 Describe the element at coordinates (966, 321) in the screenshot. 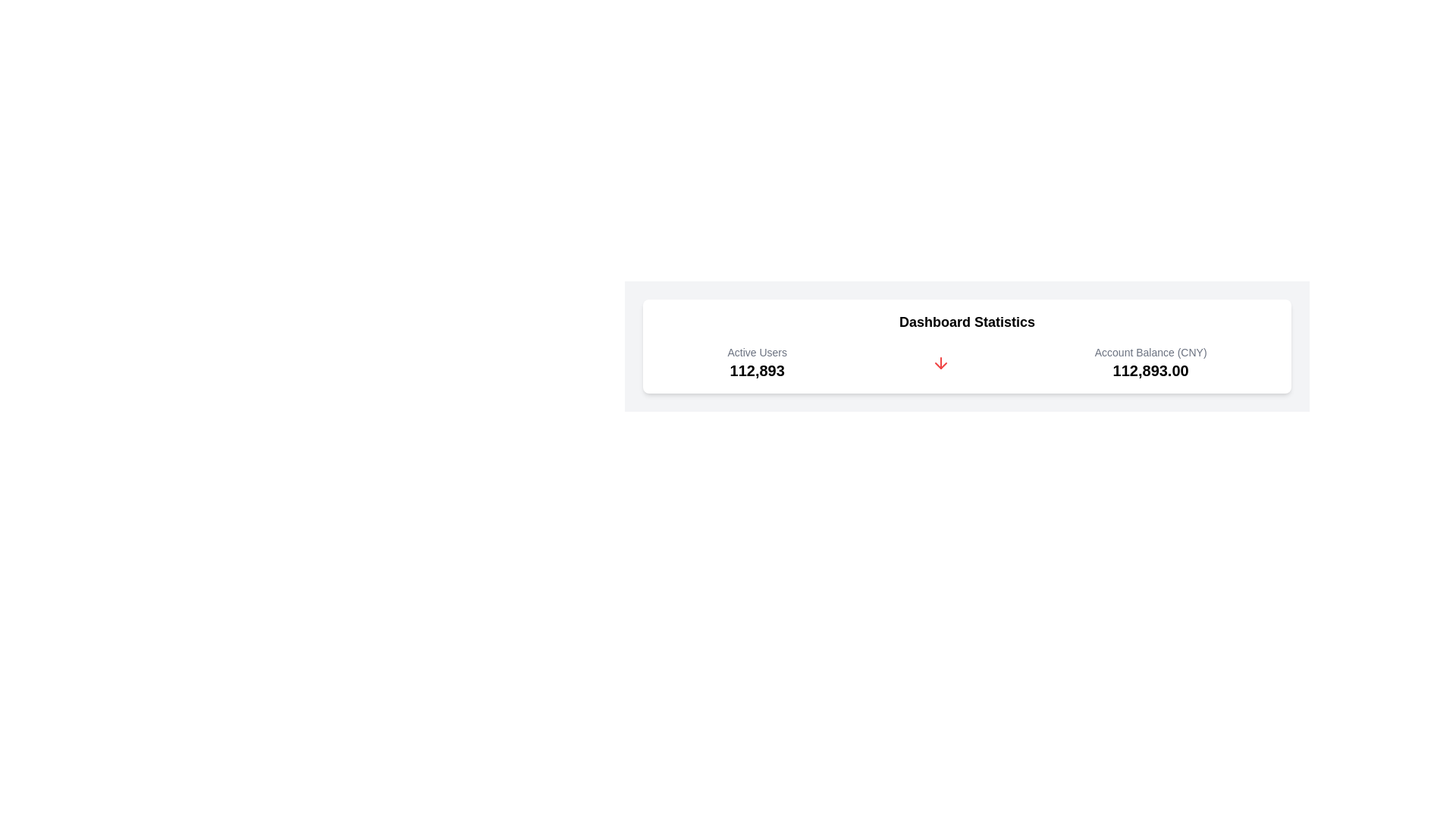

I see `text of the bold header element displaying 'Dashboard Statistics' at the top of the white card` at that location.